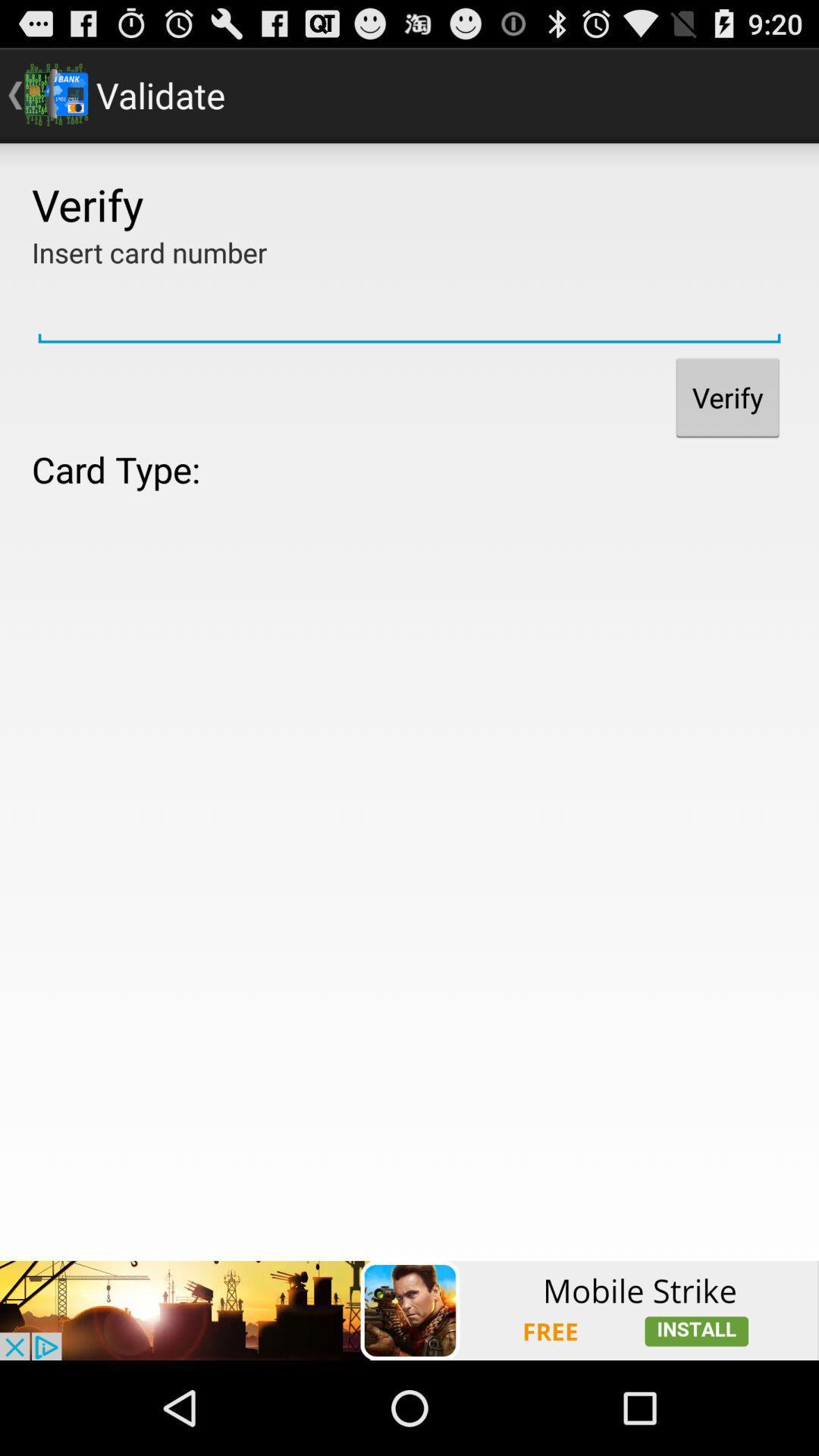 The height and width of the screenshot is (1456, 819). Describe the element at coordinates (409, 309) in the screenshot. I see `card number` at that location.